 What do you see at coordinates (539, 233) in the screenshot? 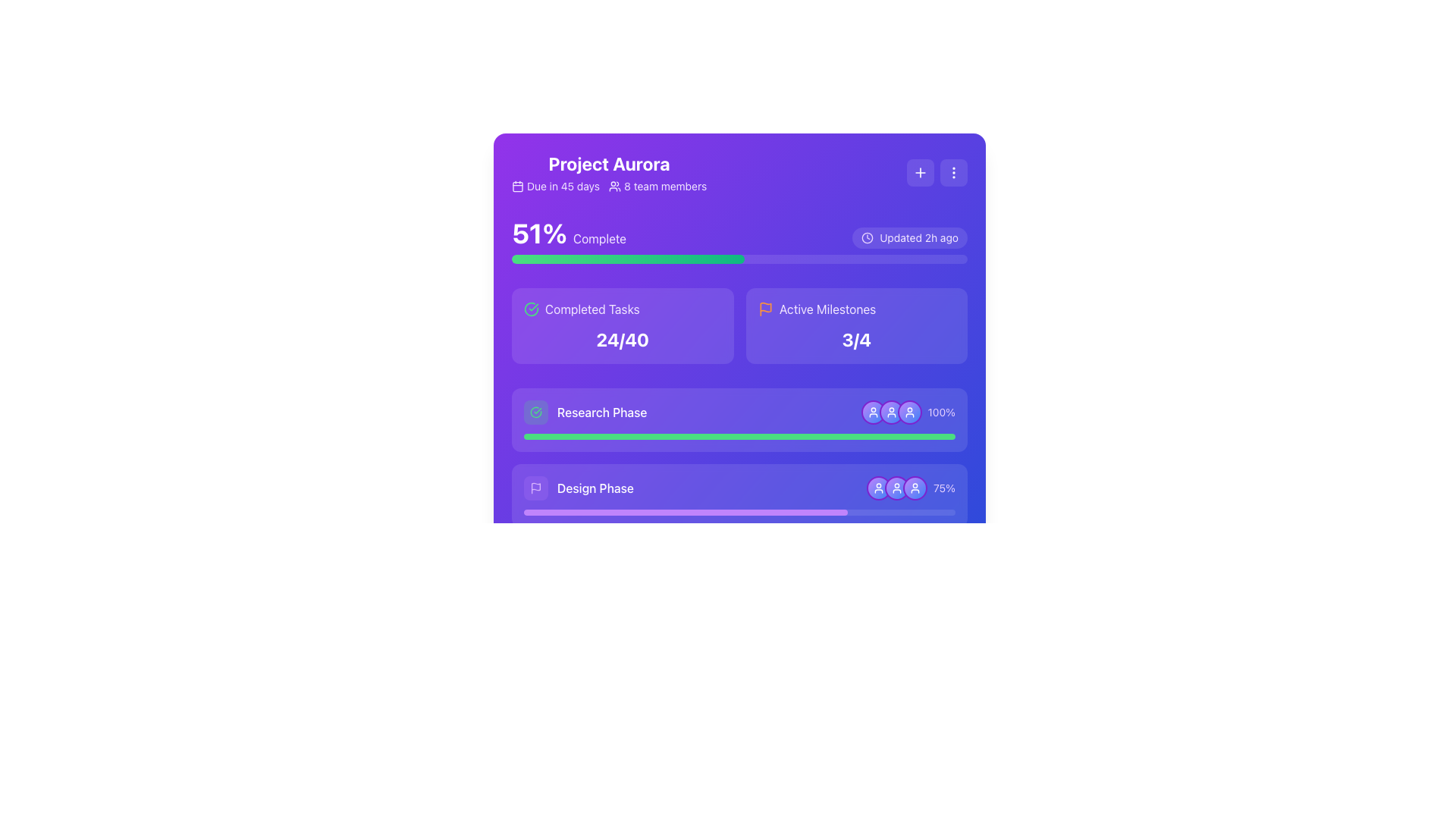
I see `the Static Label displaying '51%' in bold white text on a purple background, located in the top-left section of the interface, next to the 'Complete' label` at bounding box center [539, 233].